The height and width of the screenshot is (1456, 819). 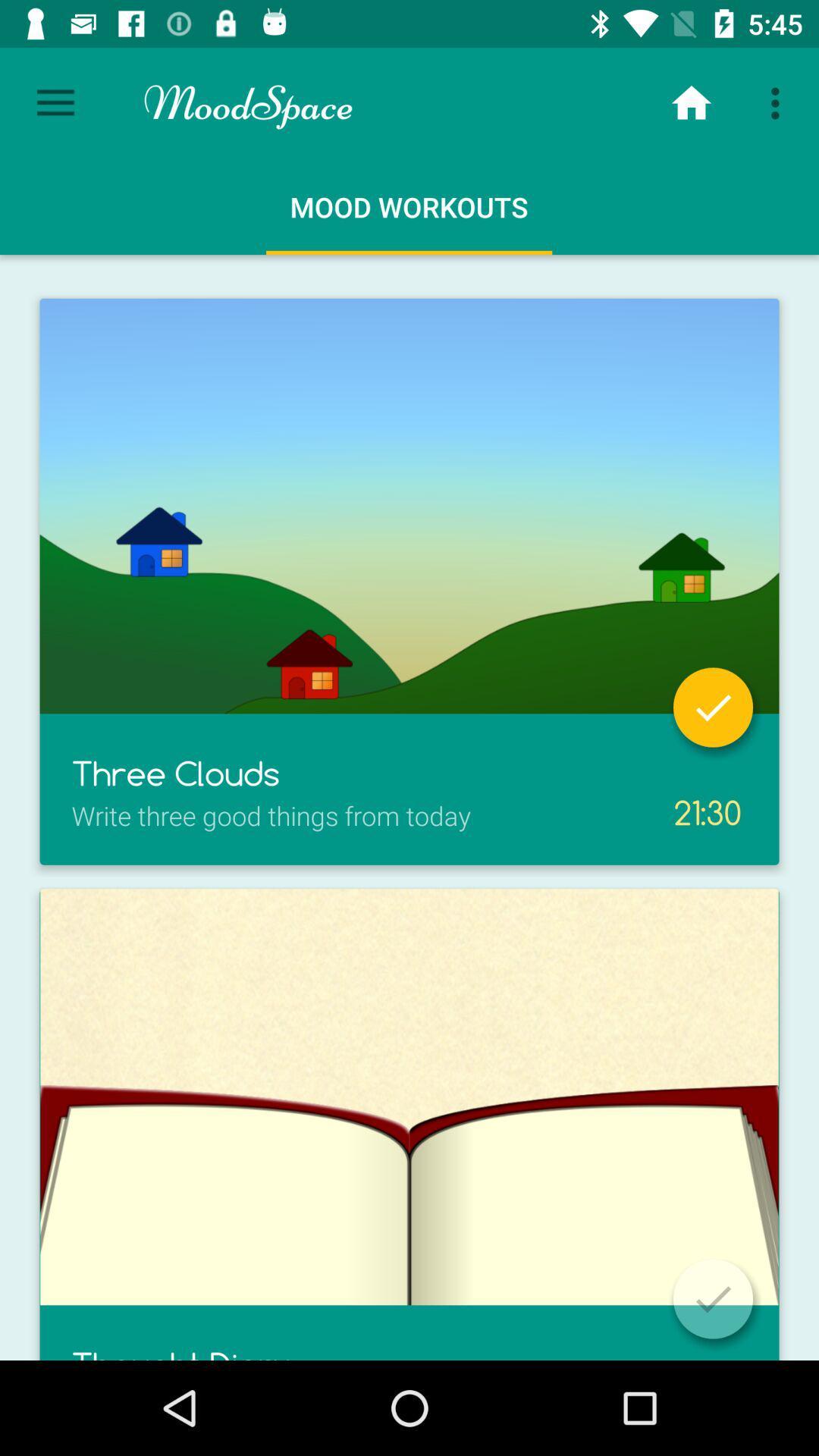 What do you see at coordinates (713, 706) in the screenshot?
I see `place to select check mark for something` at bounding box center [713, 706].